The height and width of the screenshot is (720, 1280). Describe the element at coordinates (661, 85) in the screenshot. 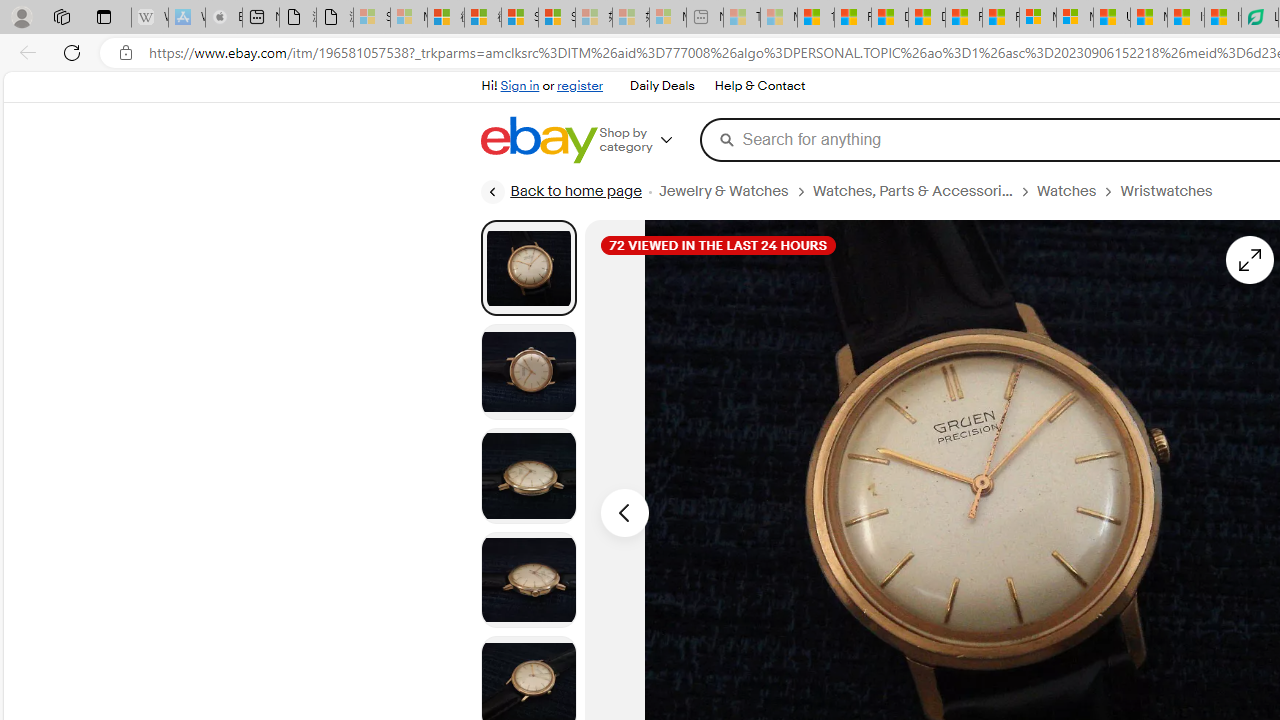

I see `'Daily Deals'` at that location.